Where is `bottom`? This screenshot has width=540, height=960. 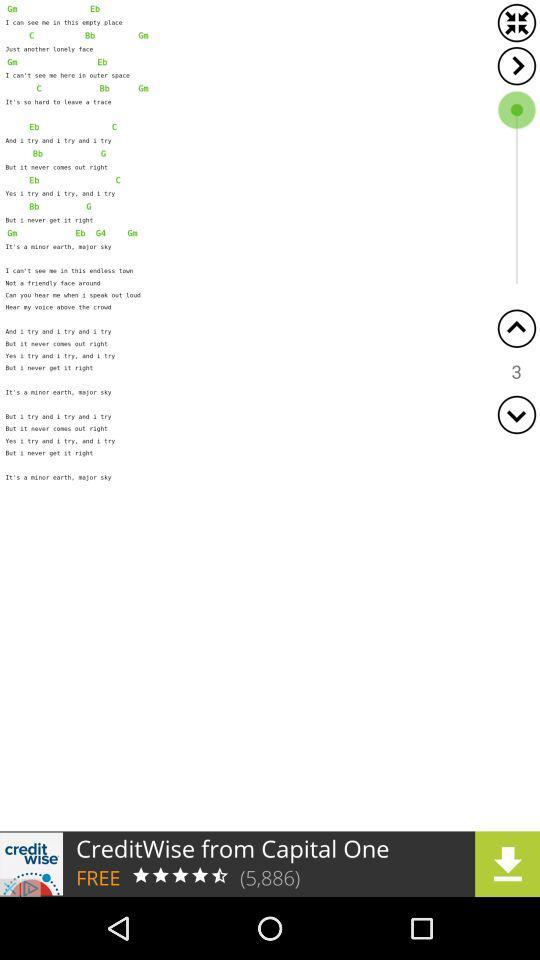 bottom is located at coordinates (516, 413).